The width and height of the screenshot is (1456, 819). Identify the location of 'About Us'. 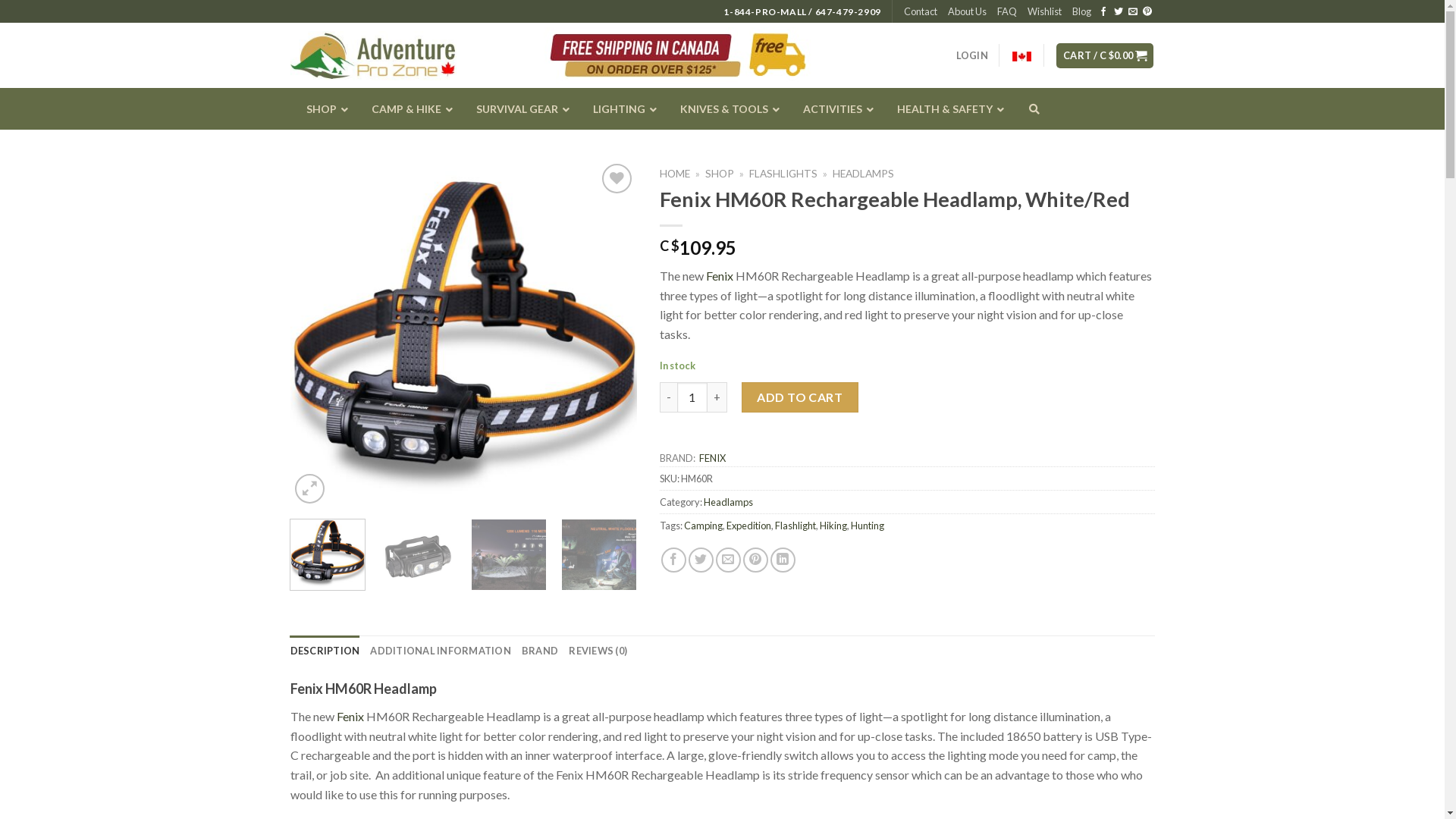
(946, 11).